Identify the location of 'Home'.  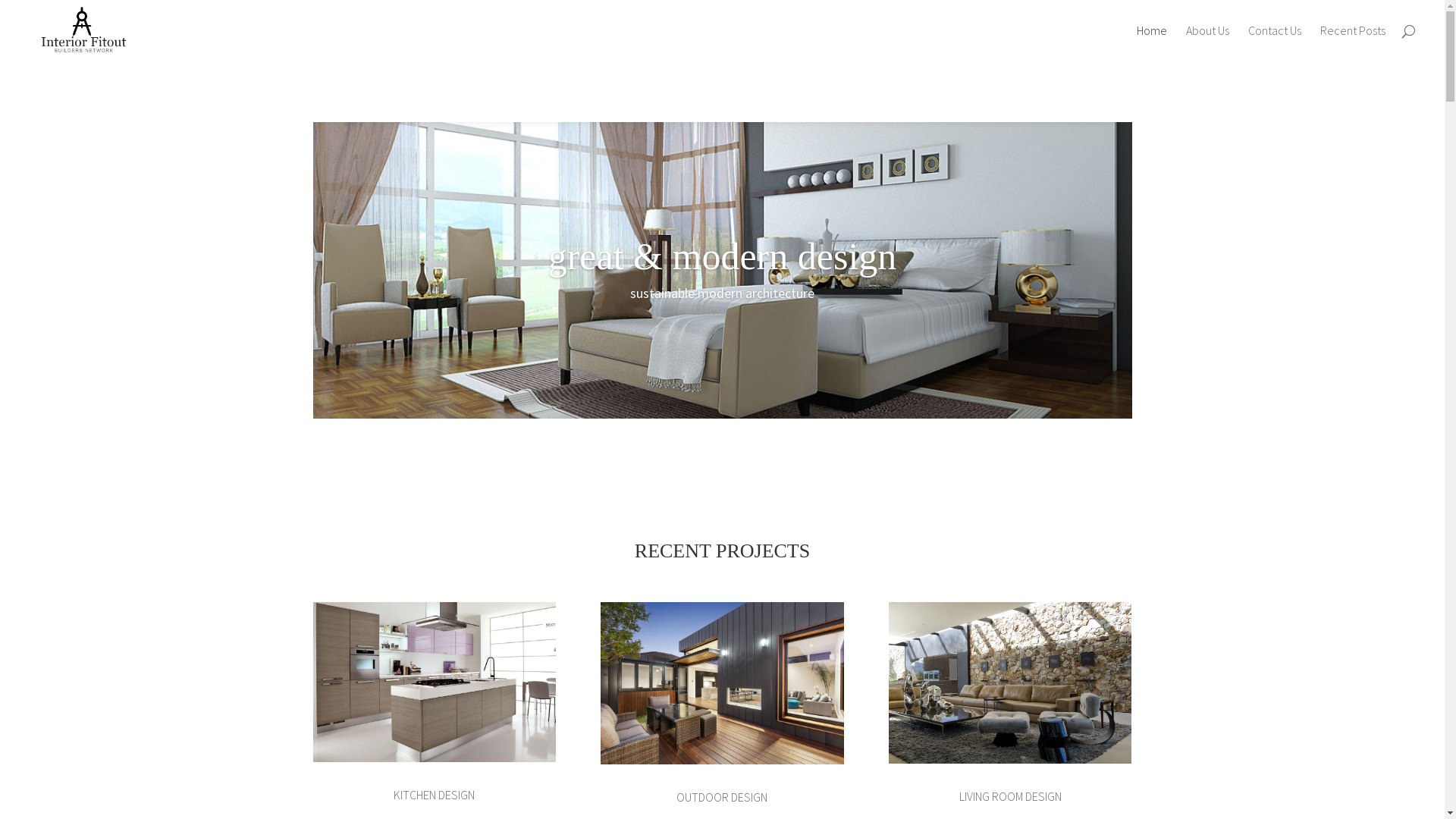
(1151, 42).